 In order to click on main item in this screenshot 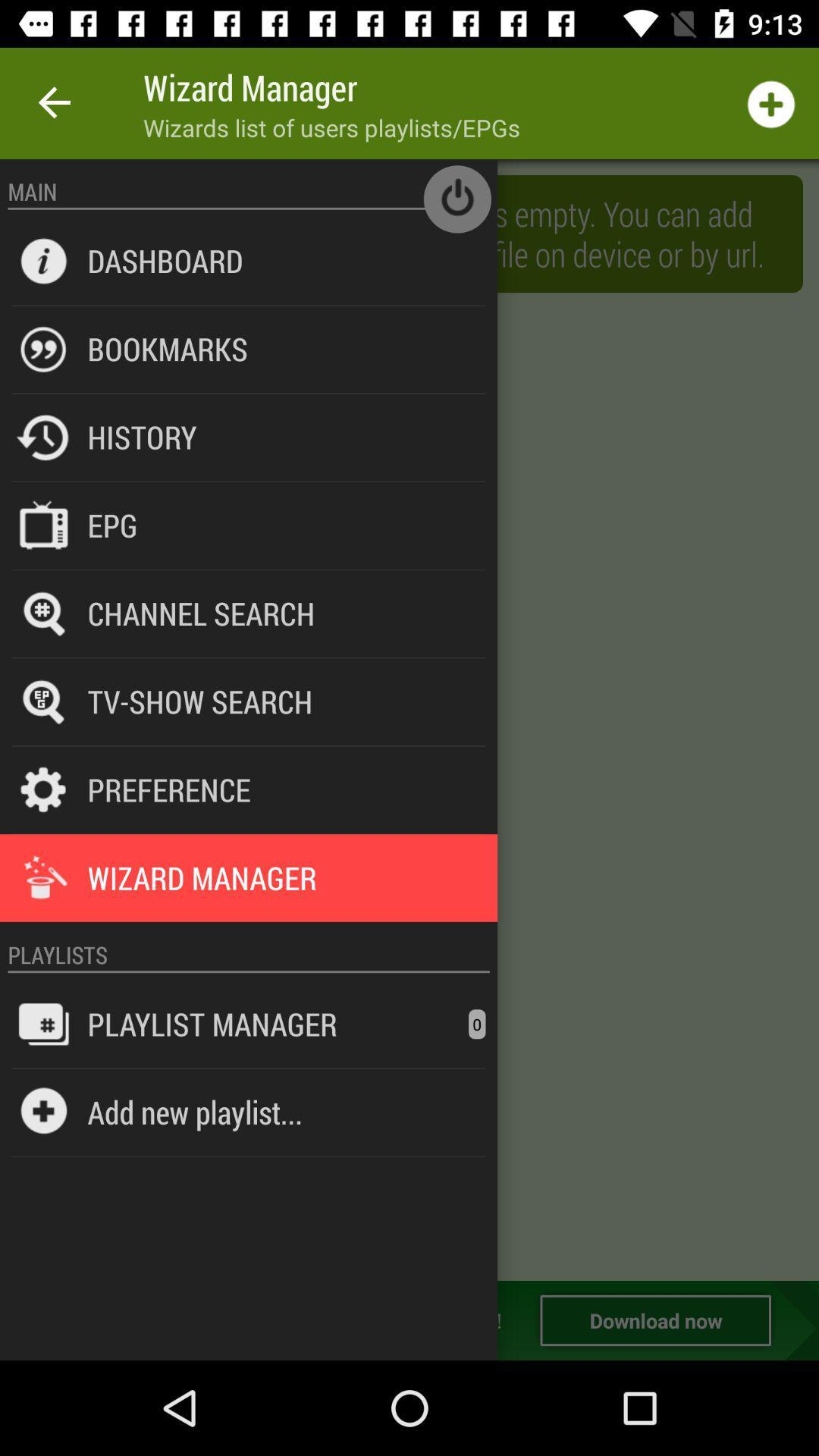, I will do `click(248, 190)`.